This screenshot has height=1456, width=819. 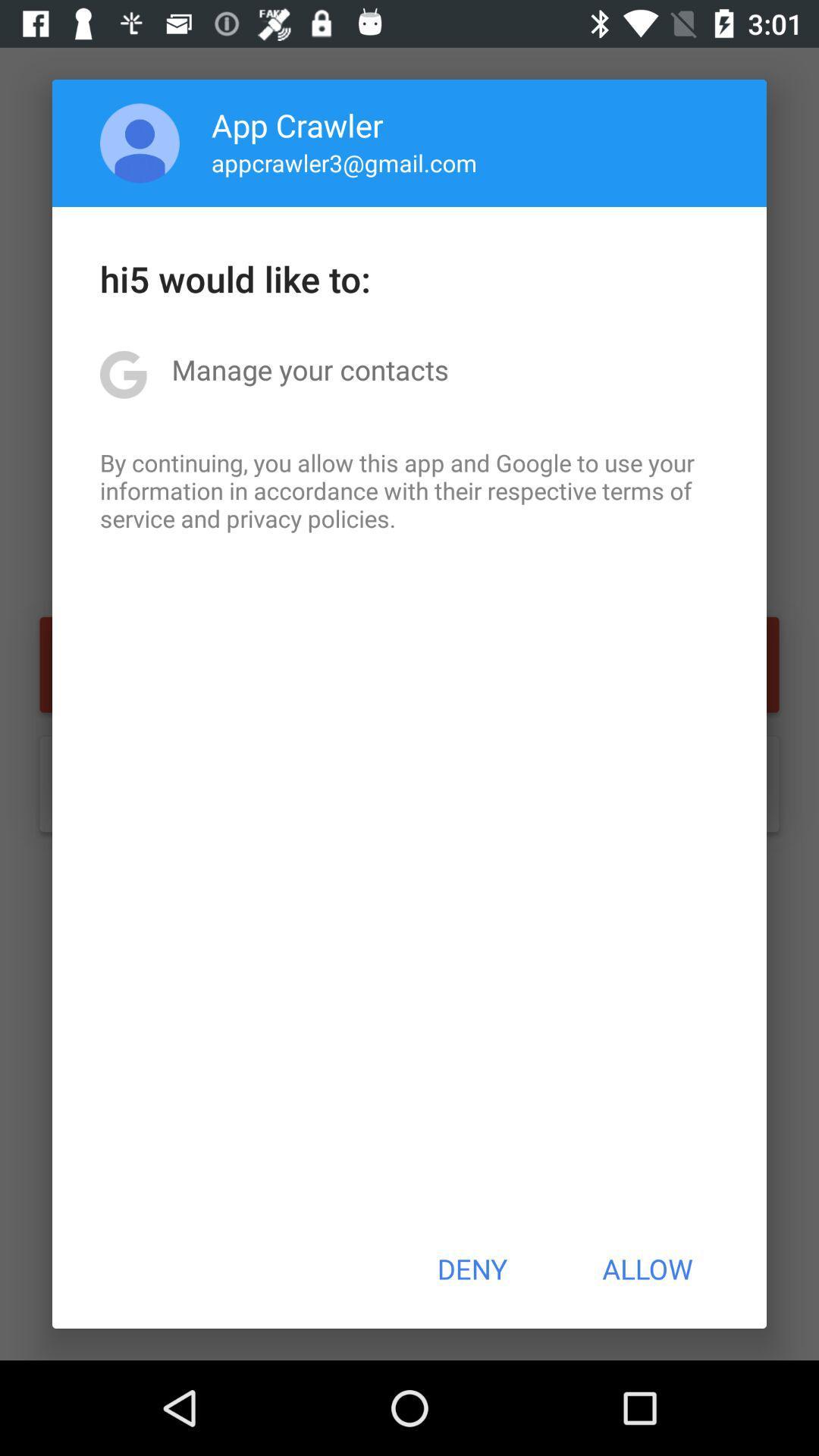 I want to click on deny, so click(x=471, y=1269).